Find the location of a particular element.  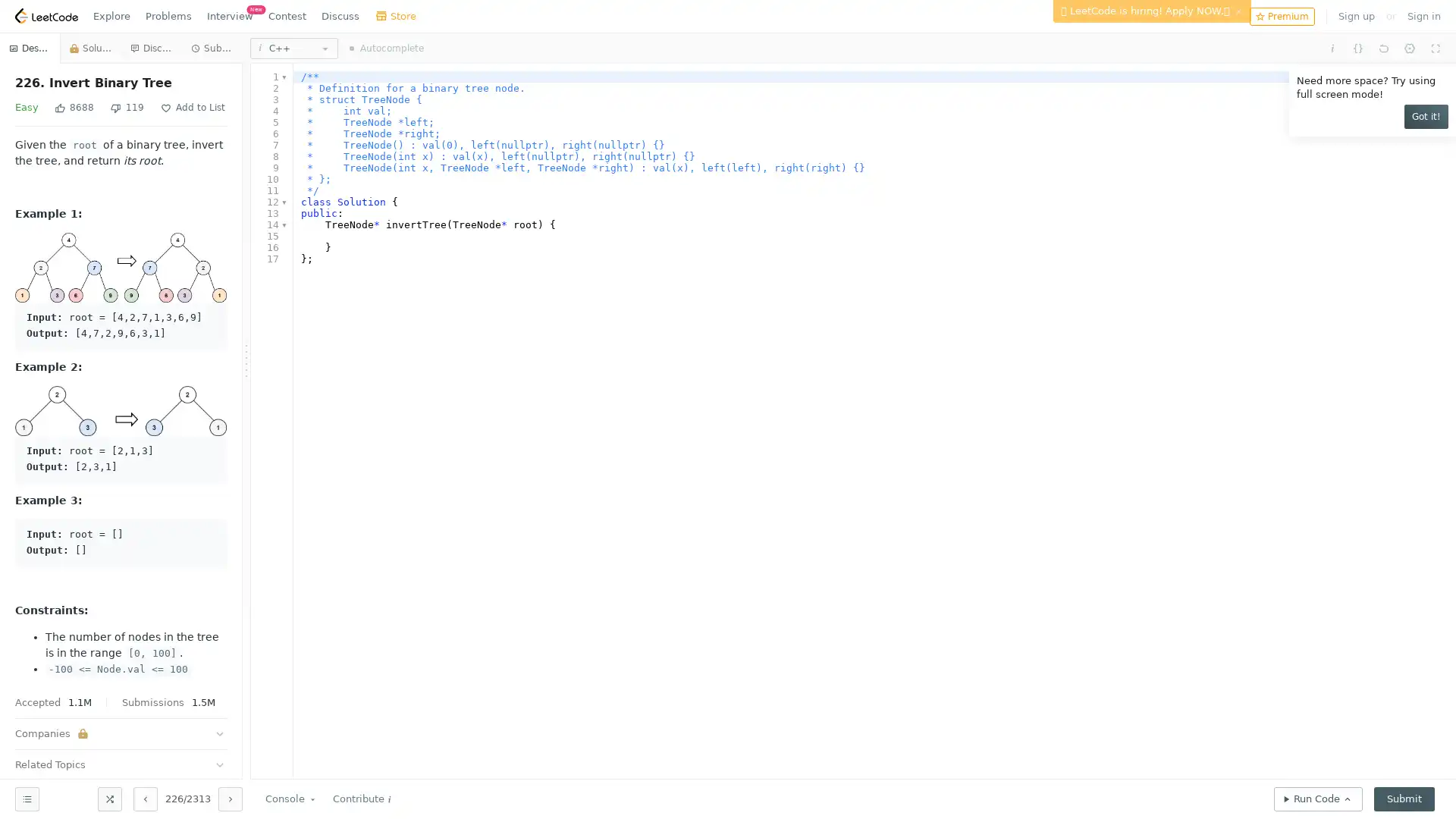

Console is located at coordinates (291, 798).